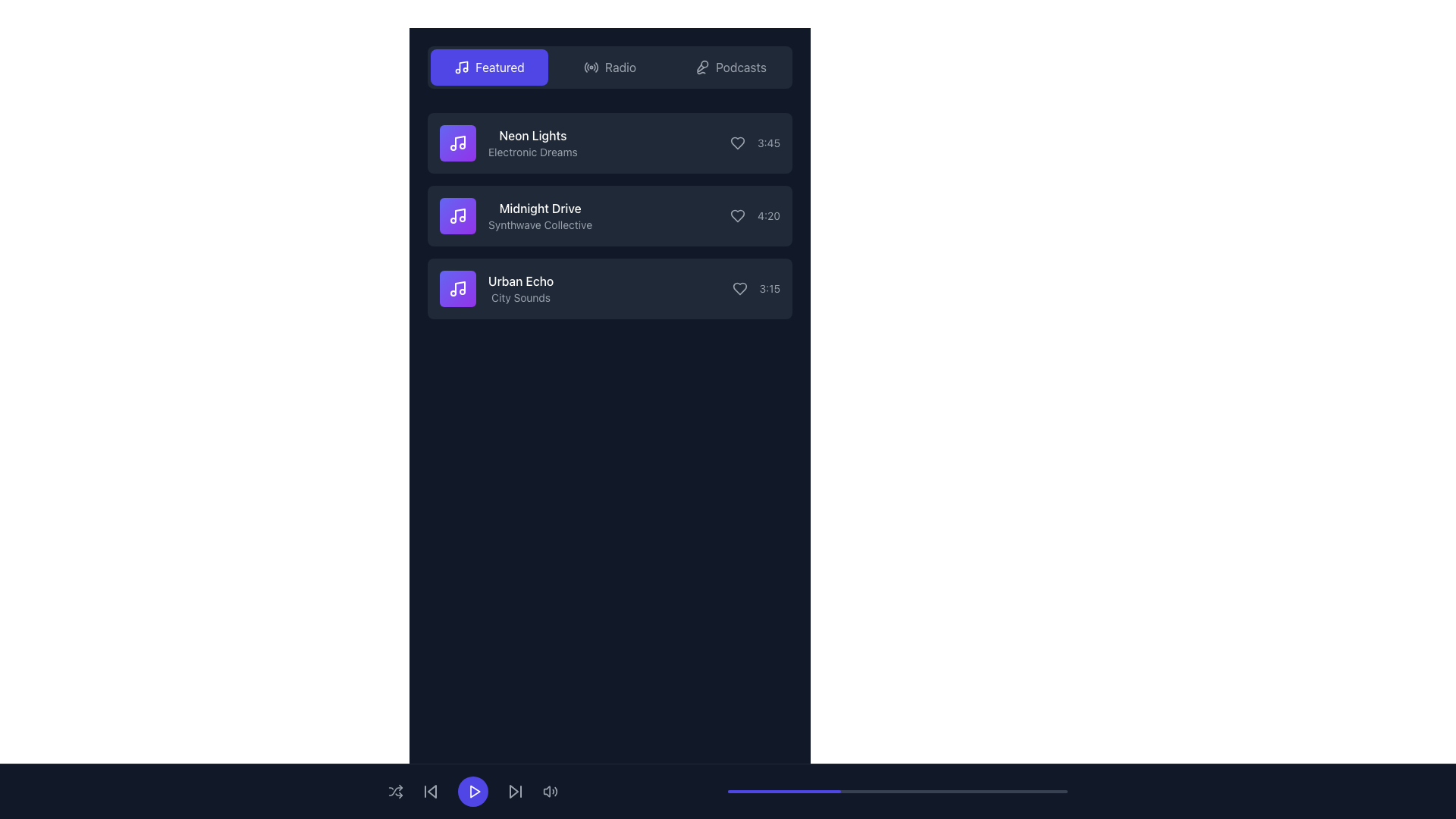 This screenshot has height=819, width=1456. Describe the element at coordinates (431, 791) in the screenshot. I see `the 'Skip Back' icon, which is a triangular arrow pointing` at that location.